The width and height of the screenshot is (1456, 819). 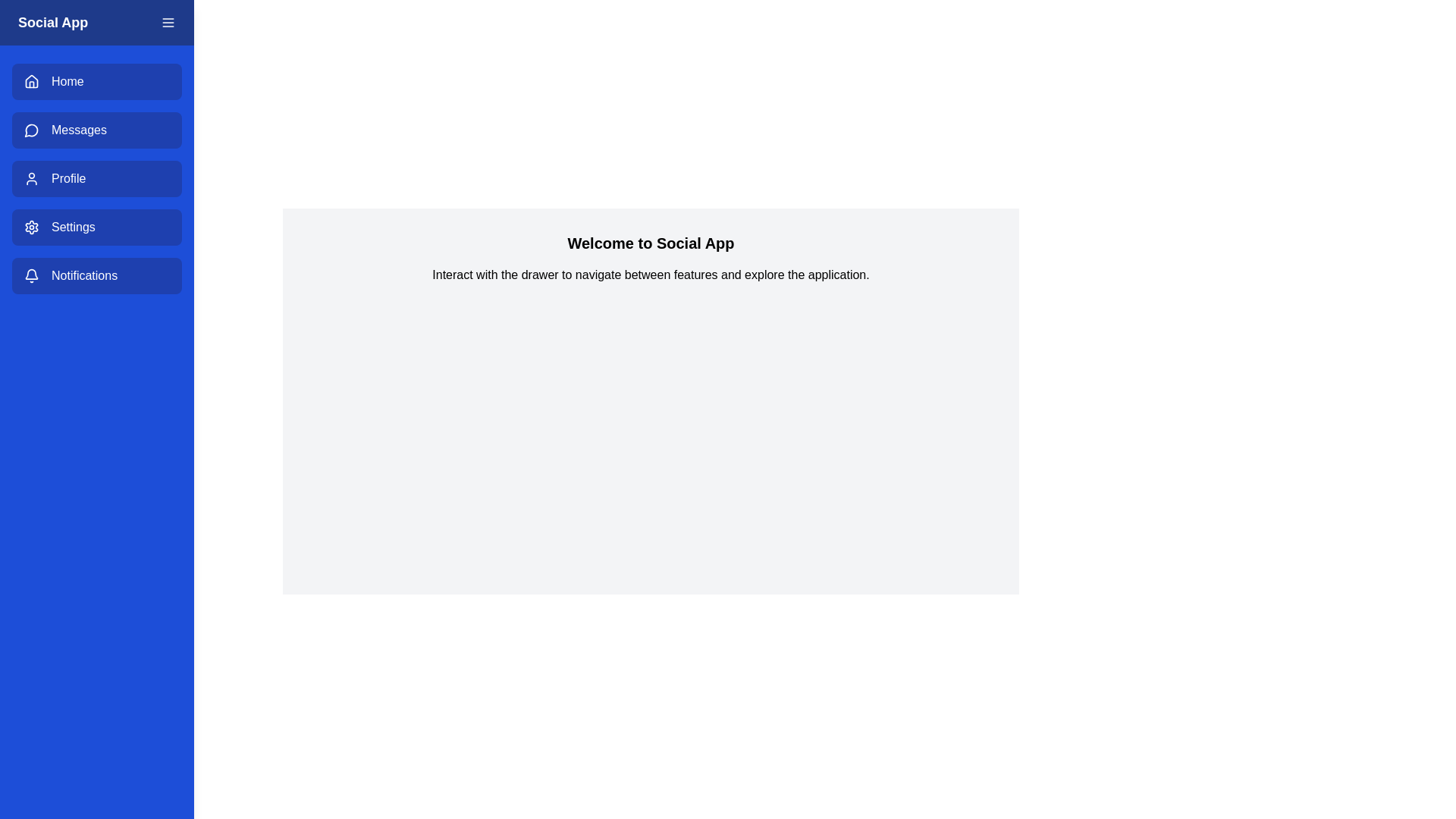 I want to click on the menu item Profile to highlight it, so click(x=96, y=177).